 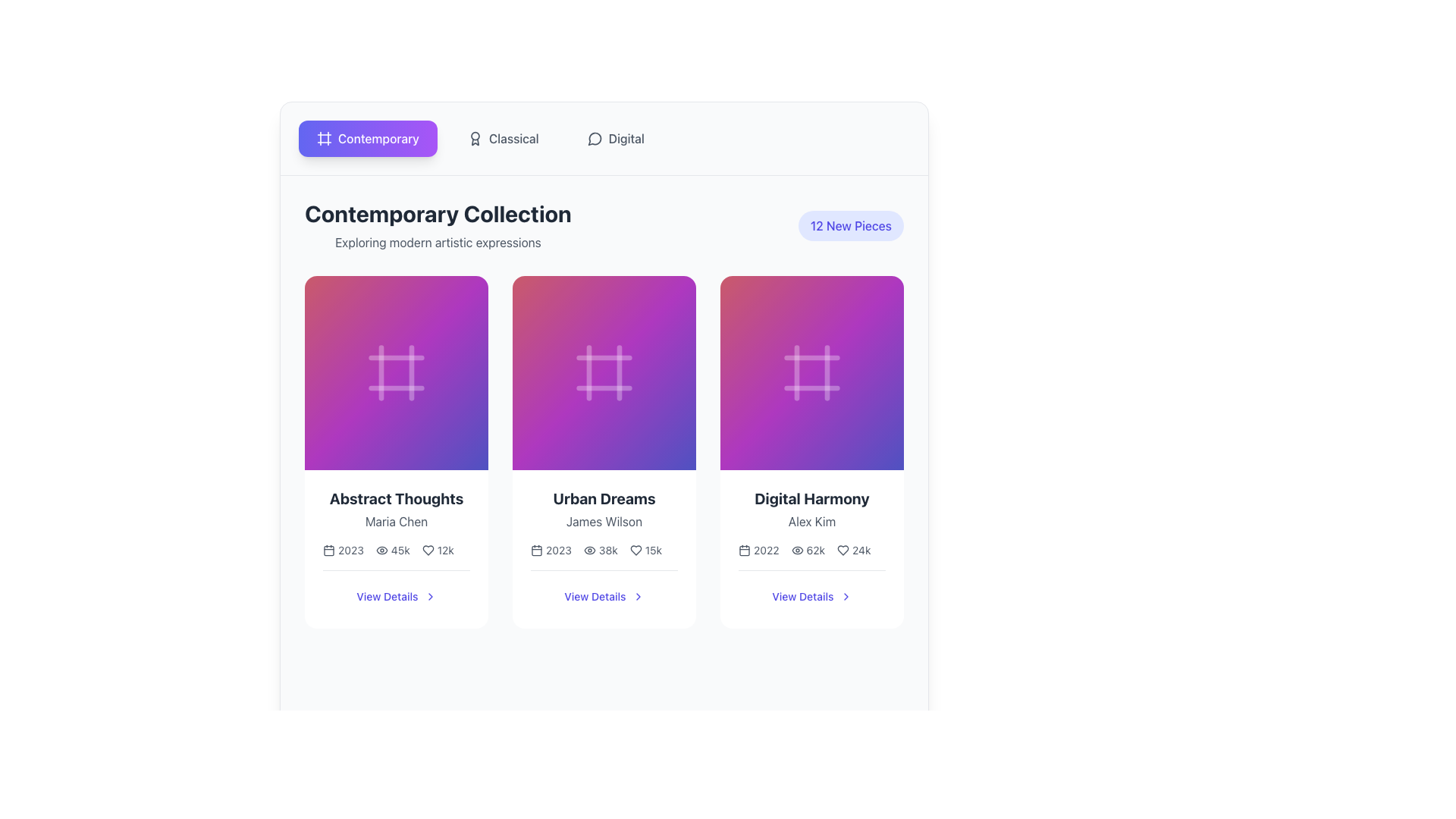 What do you see at coordinates (603, 550) in the screenshot?
I see `the metadata displayed in the Data display group located near the bottom of the 'Urban Dreams' card, just above the 'View Details' section` at bounding box center [603, 550].